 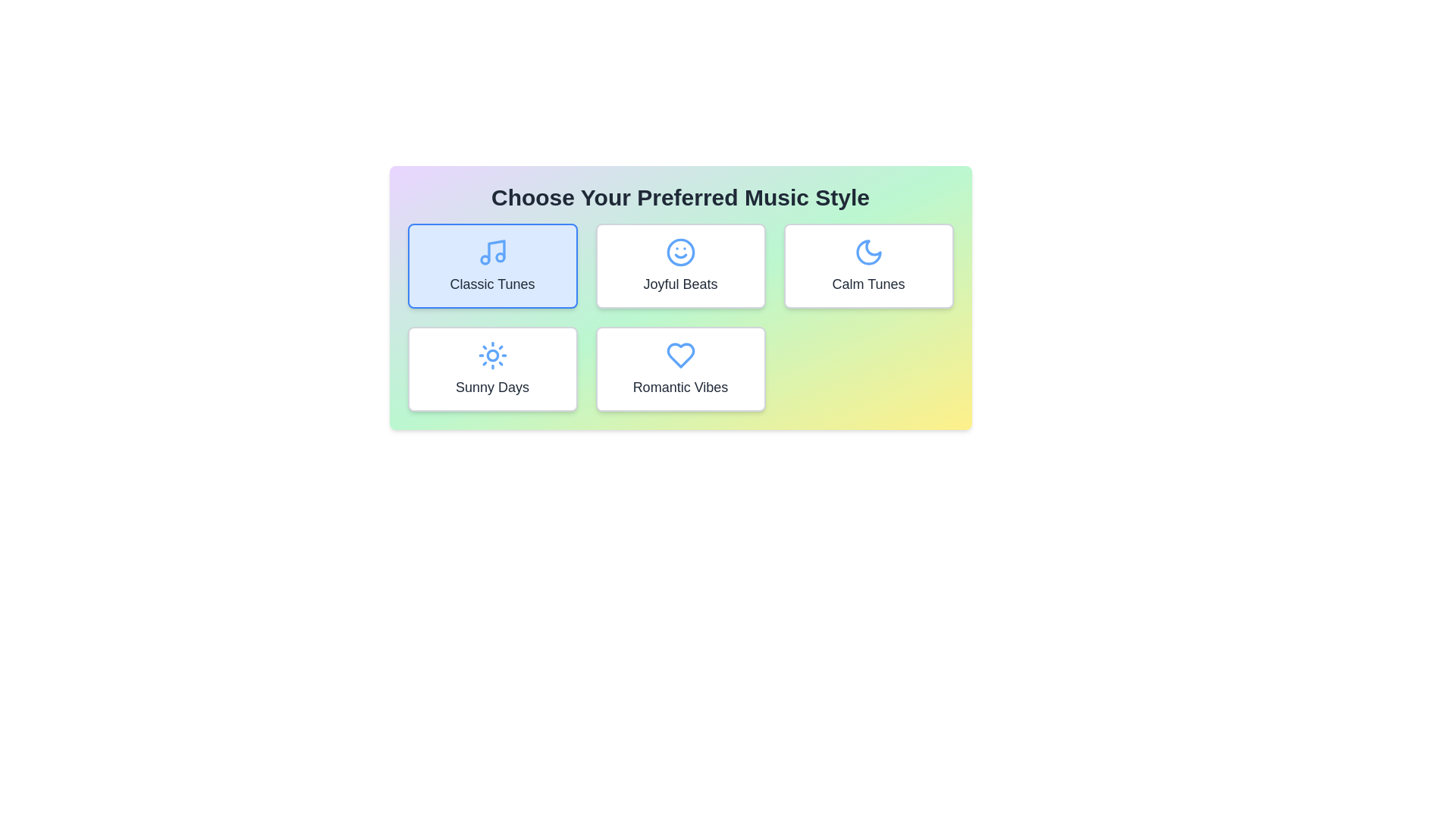 I want to click on the 'Classic Tunes' text label, which serves as an identifying label for the associated musical note icon in the selection menu, so click(x=492, y=284).